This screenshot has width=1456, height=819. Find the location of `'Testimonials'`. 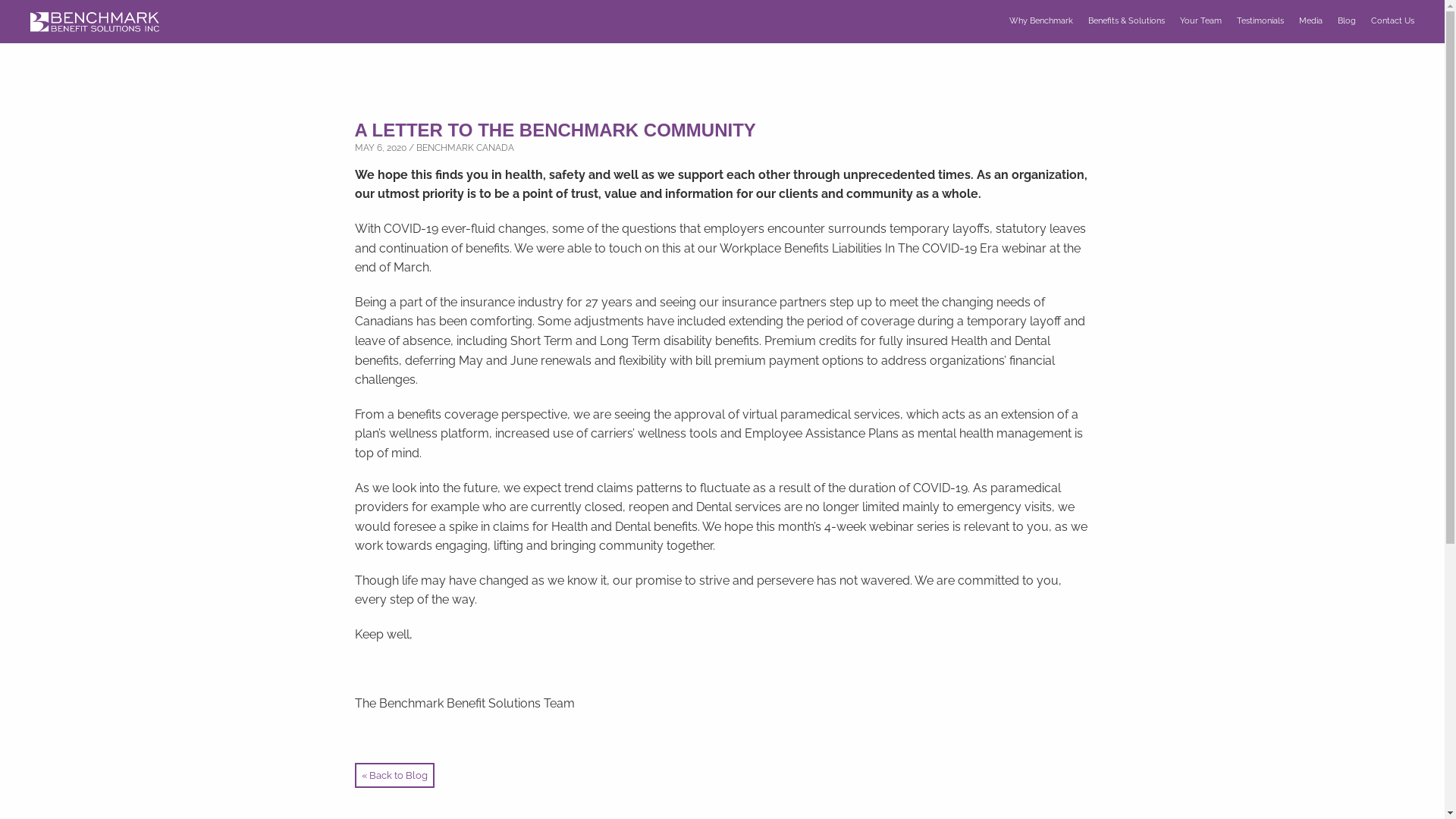

'Testimonials' is located at coordinates (1260, 20).